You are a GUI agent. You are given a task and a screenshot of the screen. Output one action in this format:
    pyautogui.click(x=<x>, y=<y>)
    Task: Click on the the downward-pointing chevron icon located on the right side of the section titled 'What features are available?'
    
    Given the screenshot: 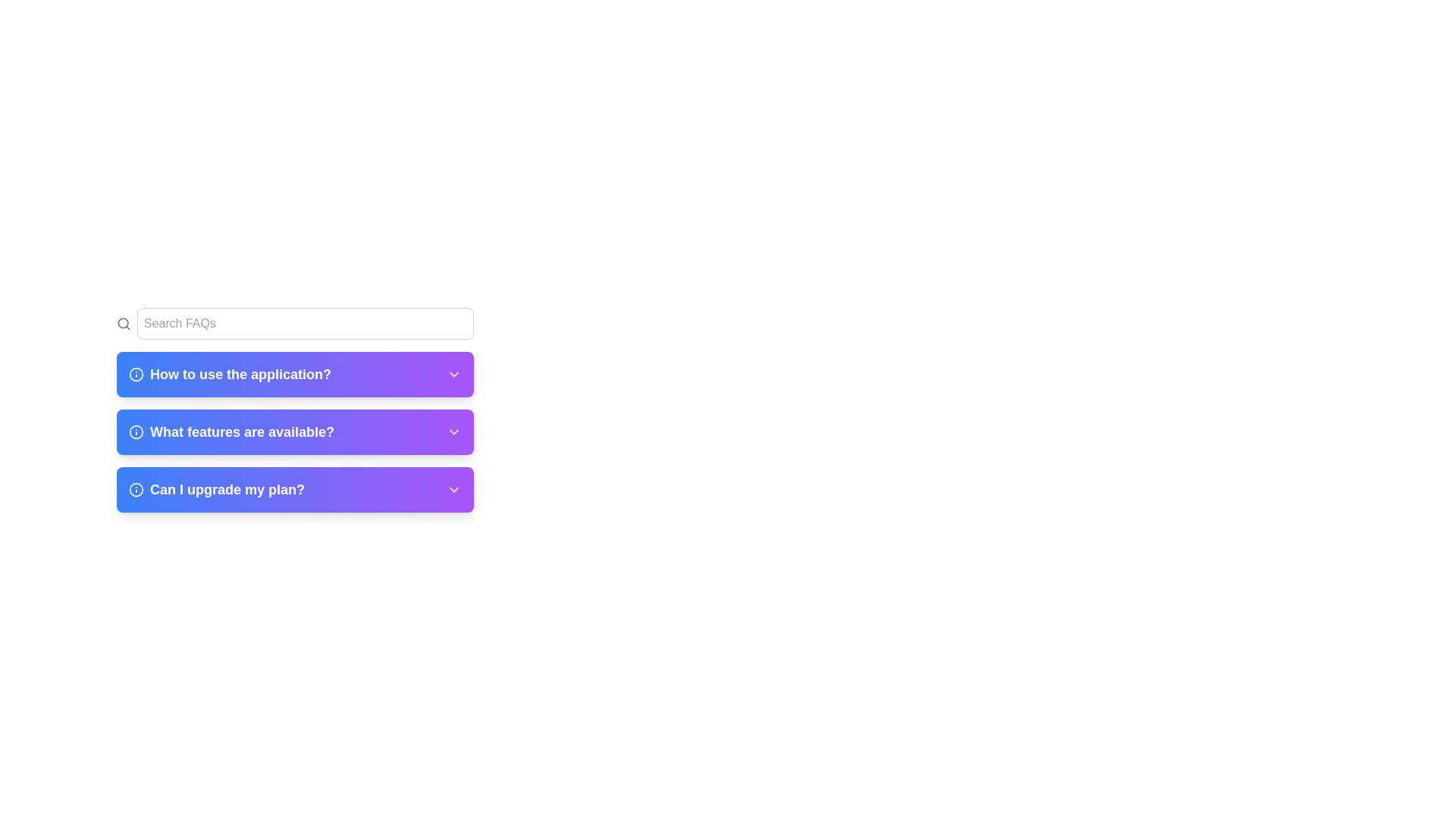 What is the action you would take?
    pyautogui.click(x=453, y=432)
    